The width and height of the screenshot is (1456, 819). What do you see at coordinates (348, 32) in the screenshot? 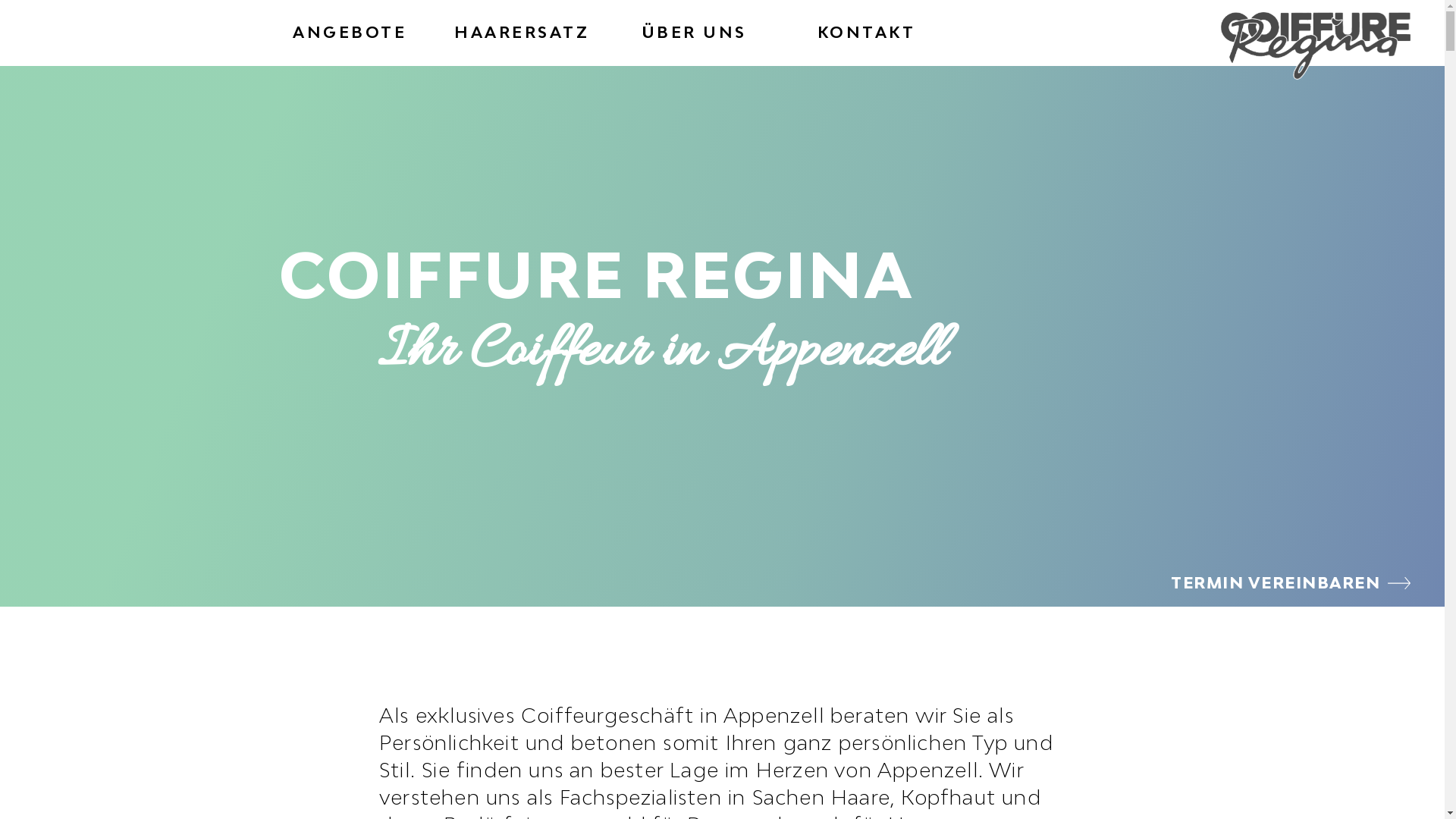
I see `'ANGEBOTE'` at bounding box center [348, 32].